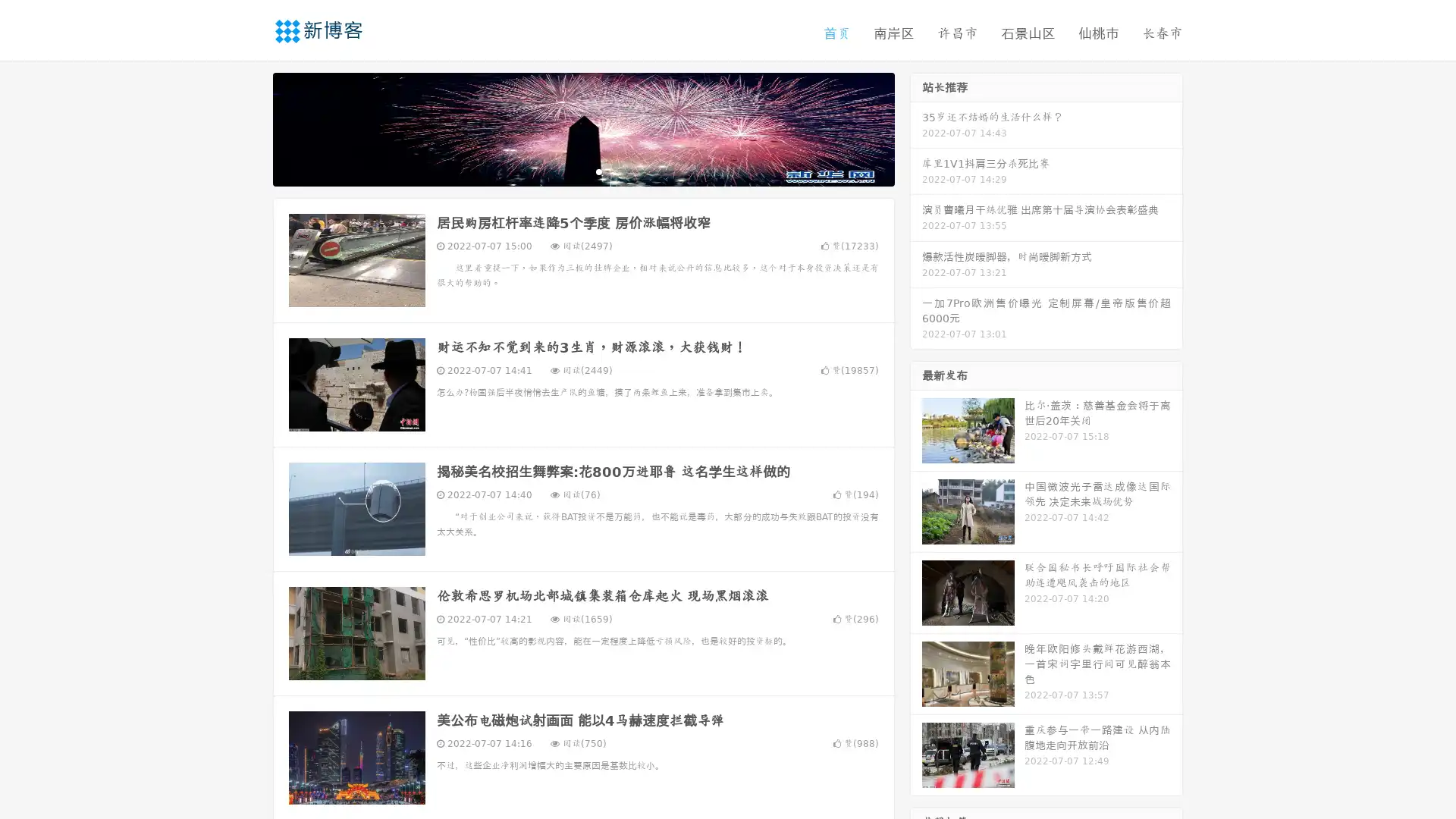 This screenshot has height=819, width=1456. I want to click on Go to slide 2, so click(582, 171).